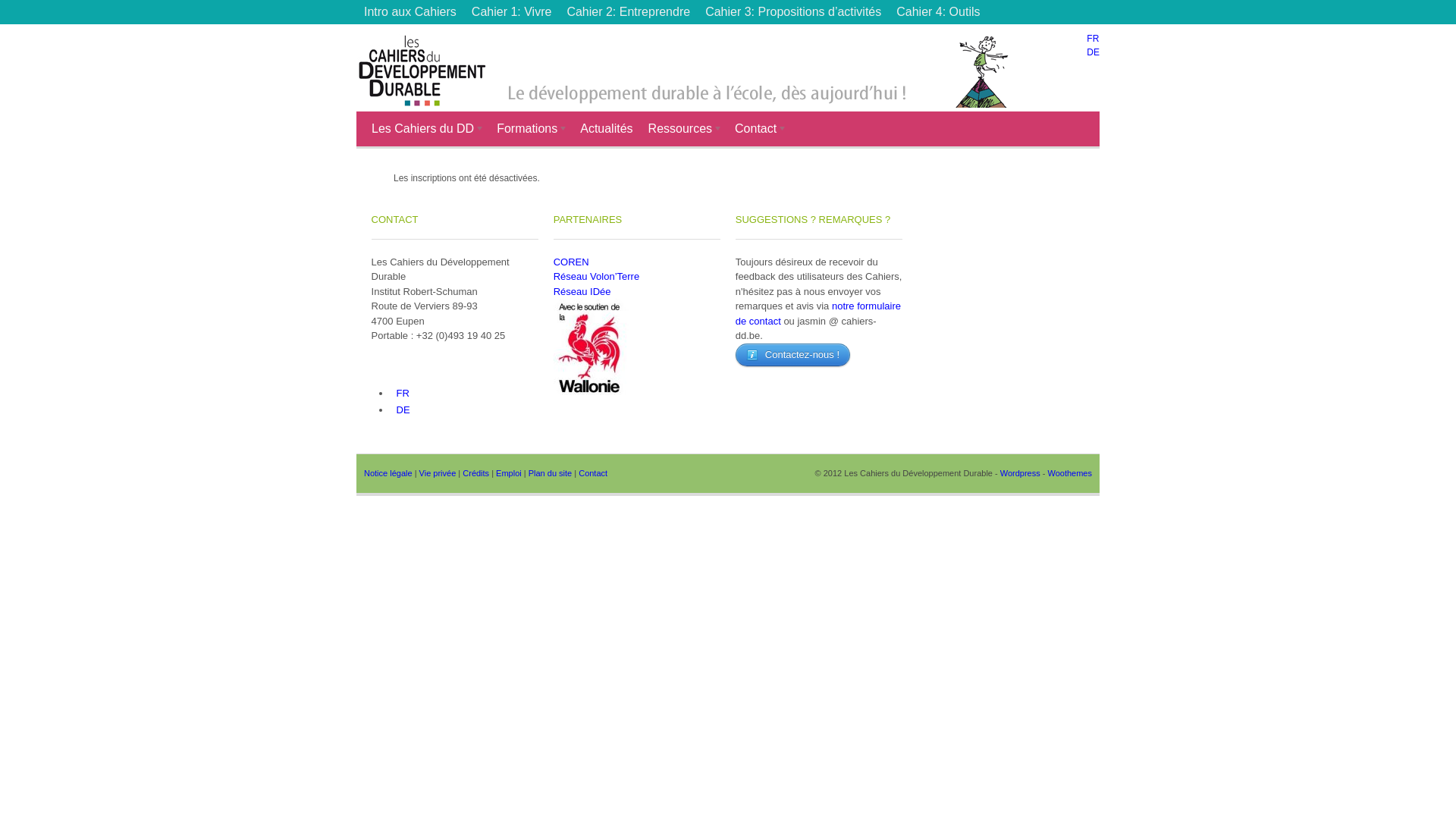 This screenshot has height=819, width=1456. I want to click on 'FR', so click(1092, 37).